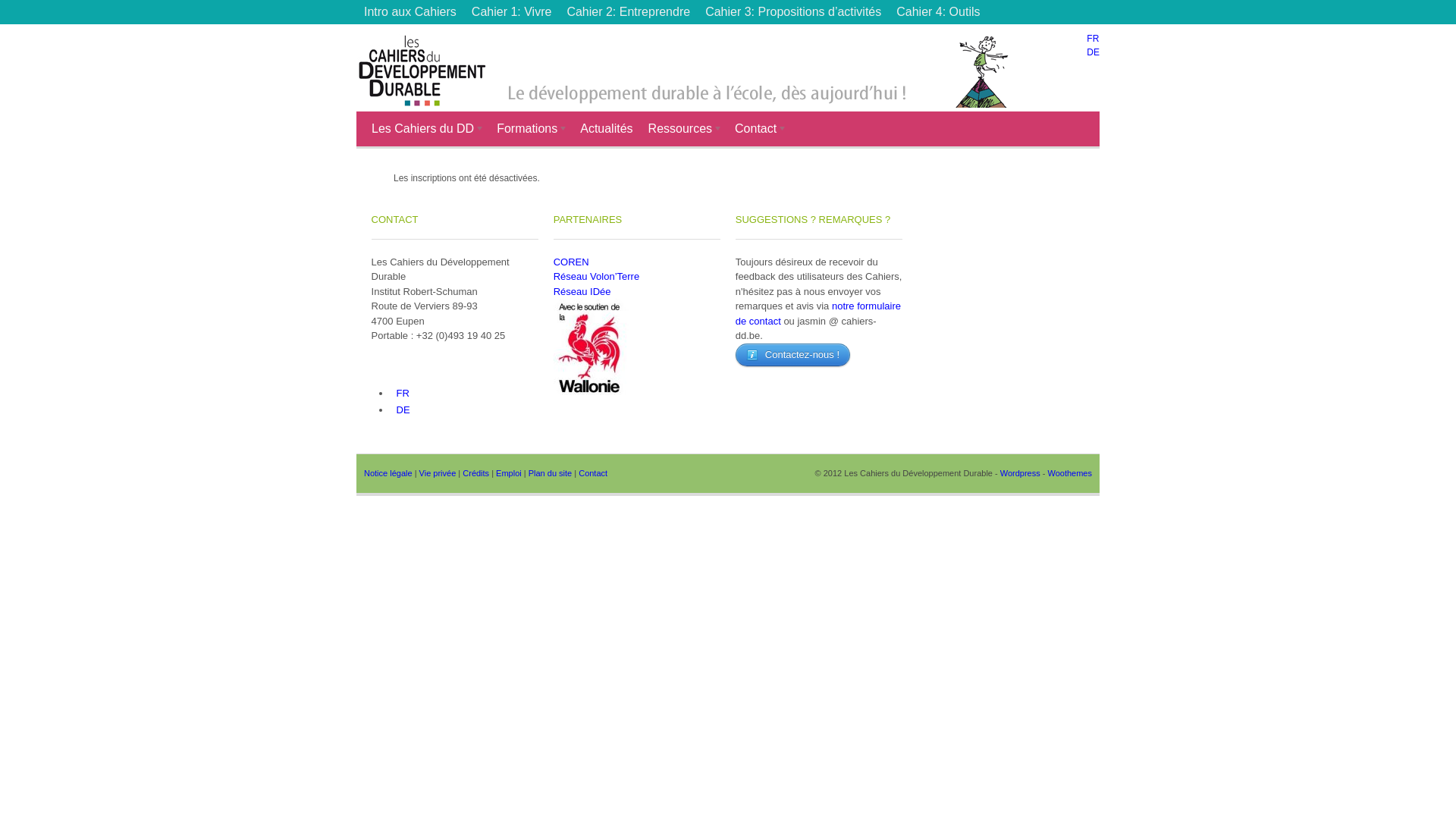 This screenshot has height=819, width=1456. I want to click on 'FR', so click(1092, 37).